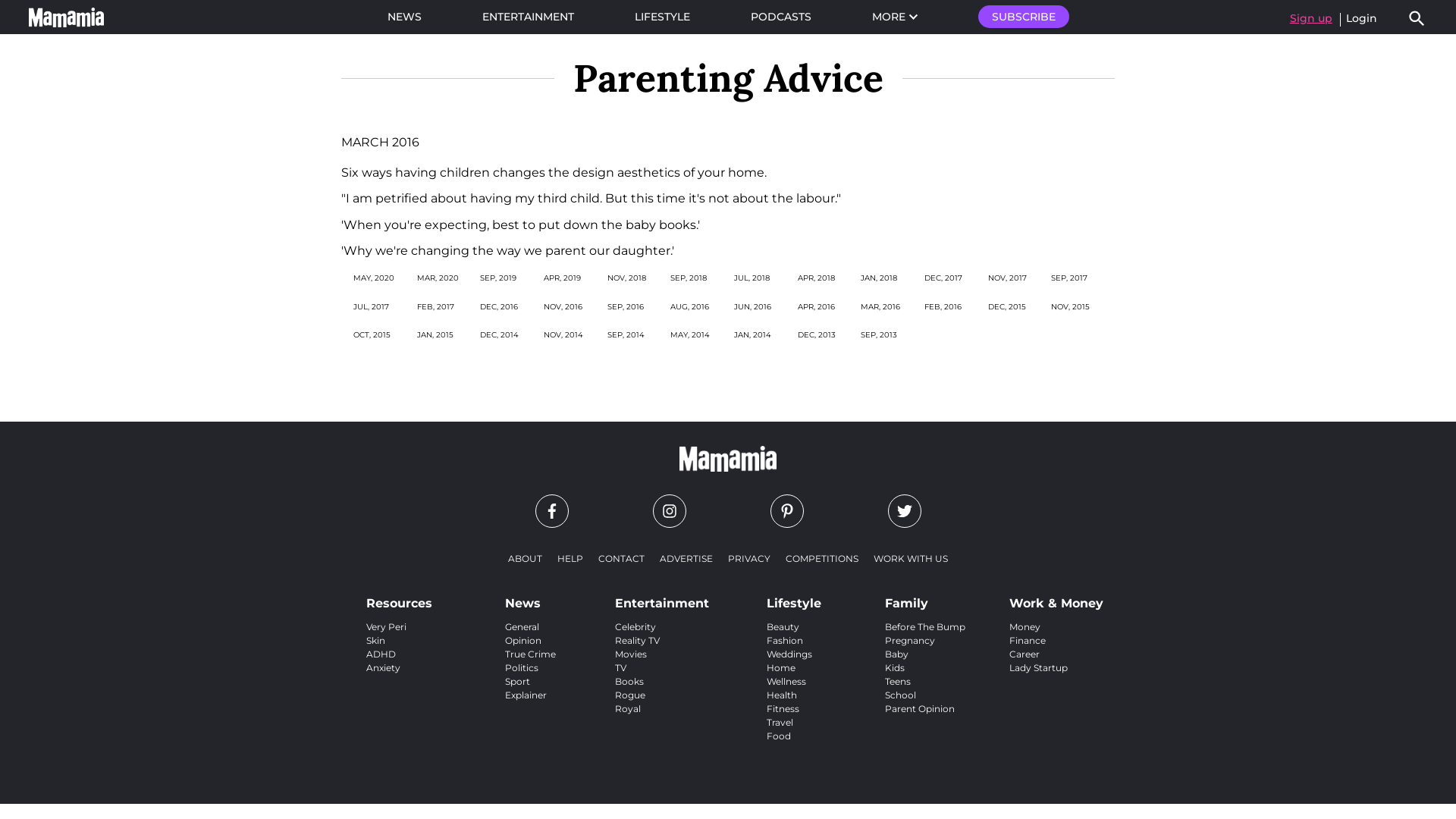  What do you see at coordinates (498, 306) in the screenshot?
I see `'DEC, 2016'` at bounding box center [498, 306].